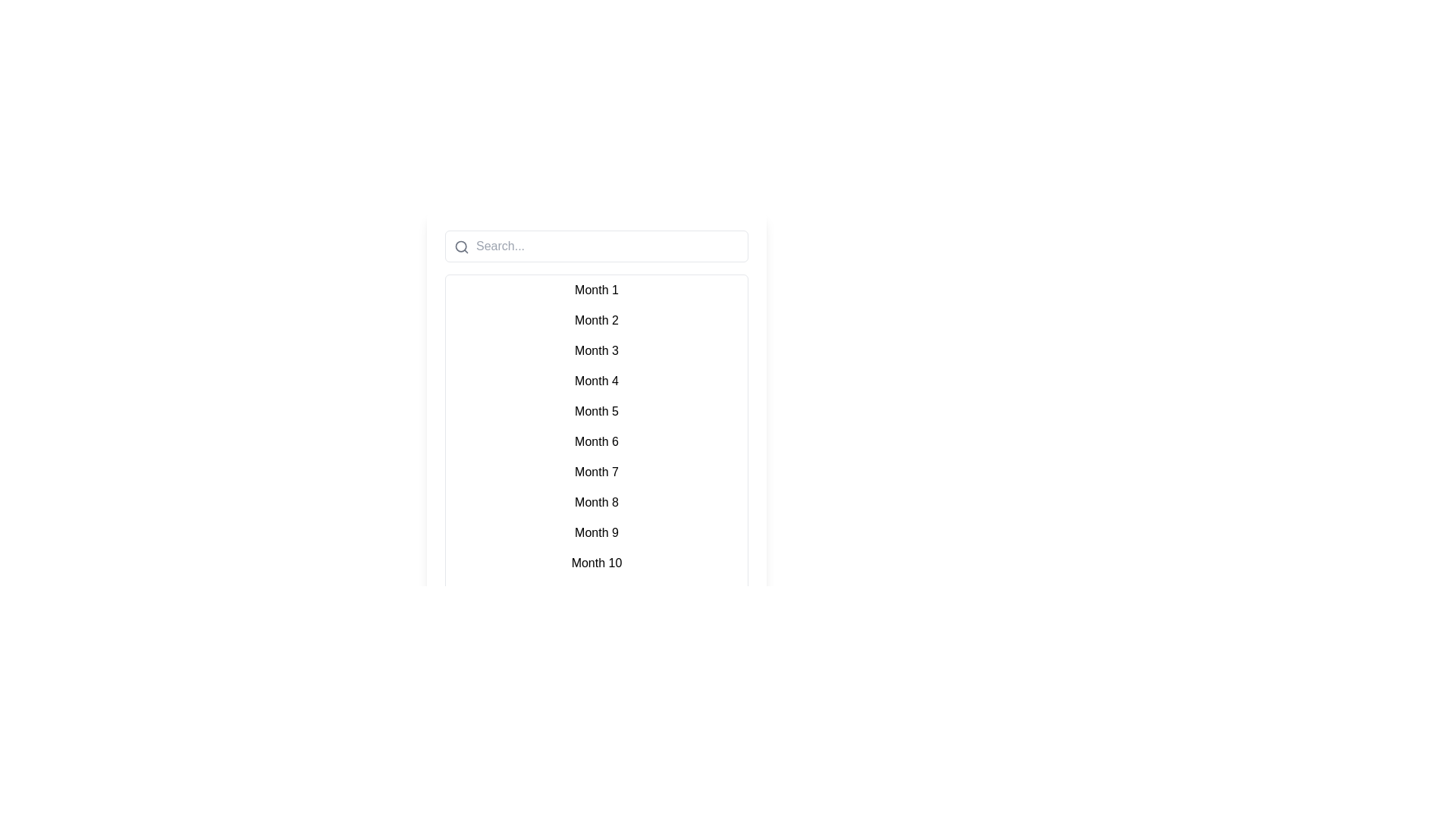 This screenshot has height=819, width=1456. Describe the element at coordinates (596, 380) in the screenshot. I see `the text label representing the fourth month in the list to interact with it, assuming functionality is available` at that location.